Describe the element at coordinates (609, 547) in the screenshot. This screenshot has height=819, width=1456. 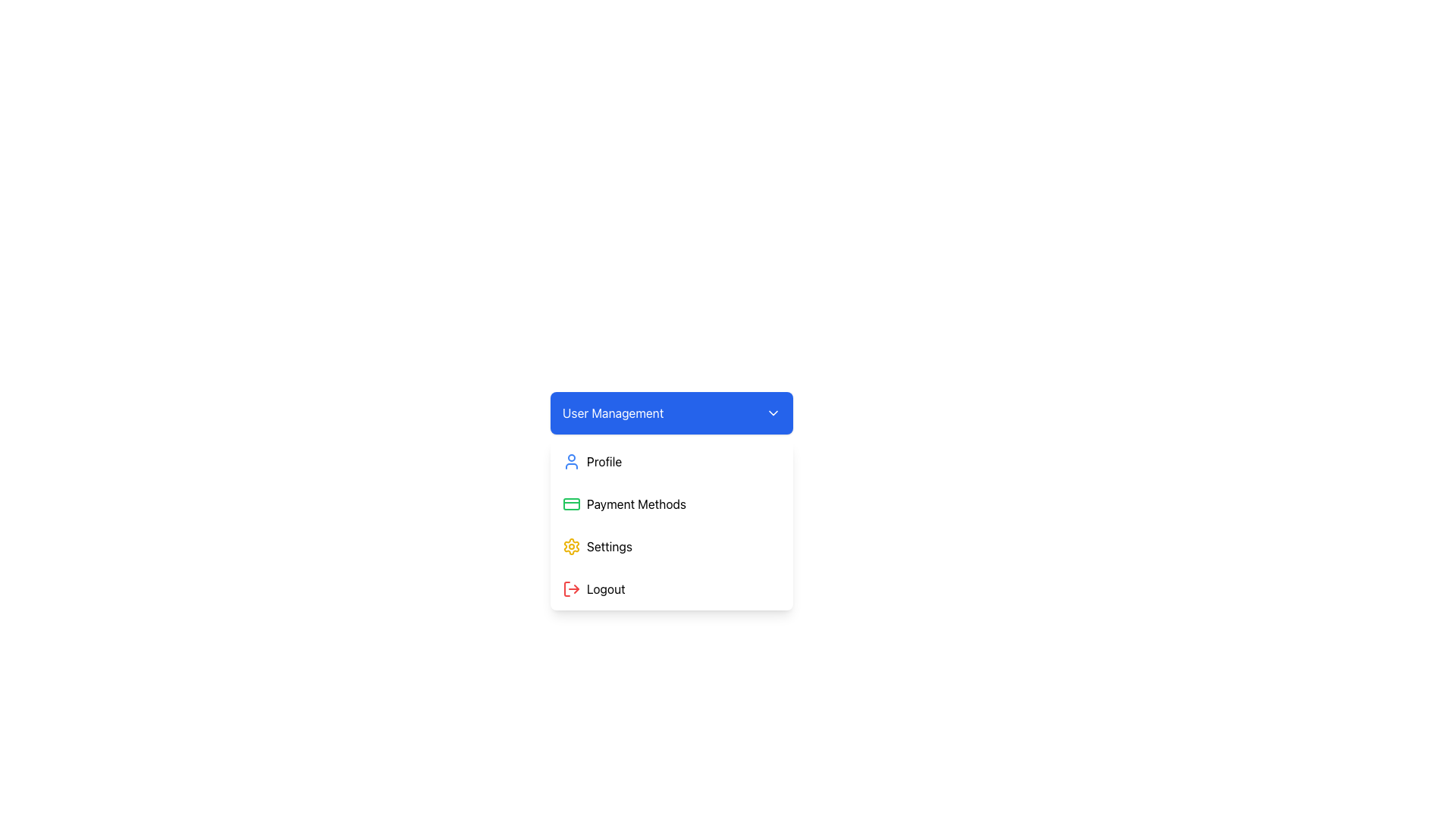
I see `the 'Settings' text label in the dropdown menu` at that location.